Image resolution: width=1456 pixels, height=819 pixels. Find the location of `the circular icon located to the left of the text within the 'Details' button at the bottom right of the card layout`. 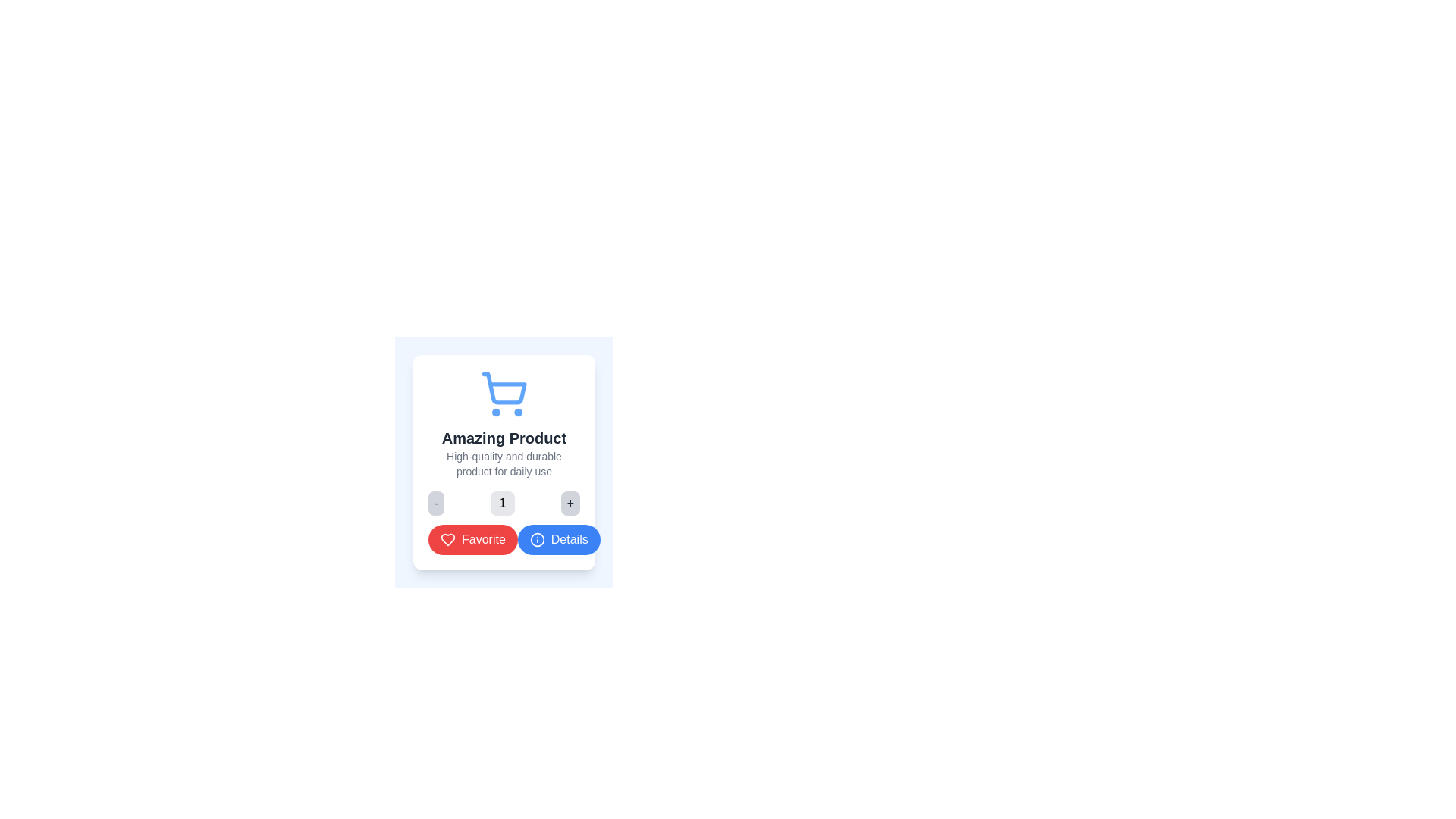

the circular icon located to the left of the text within the 'Details' button at the bottom right of the card layout is located at coordinates (537, 539).